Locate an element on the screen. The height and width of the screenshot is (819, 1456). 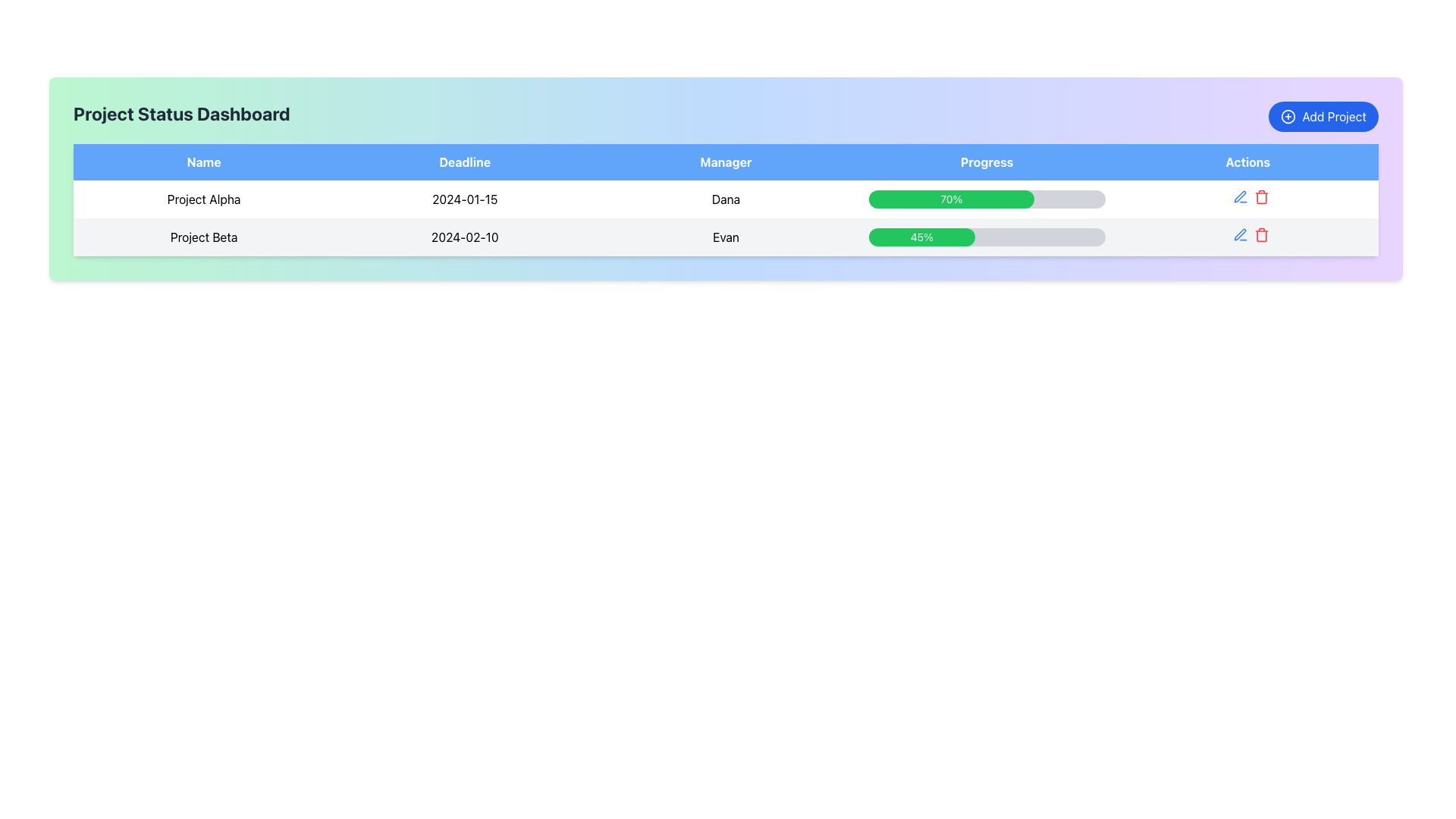
the 'Add New Project' button located at the top-right corner of the 'Project Status Dashboard' is located at coordinates (1323, 116).